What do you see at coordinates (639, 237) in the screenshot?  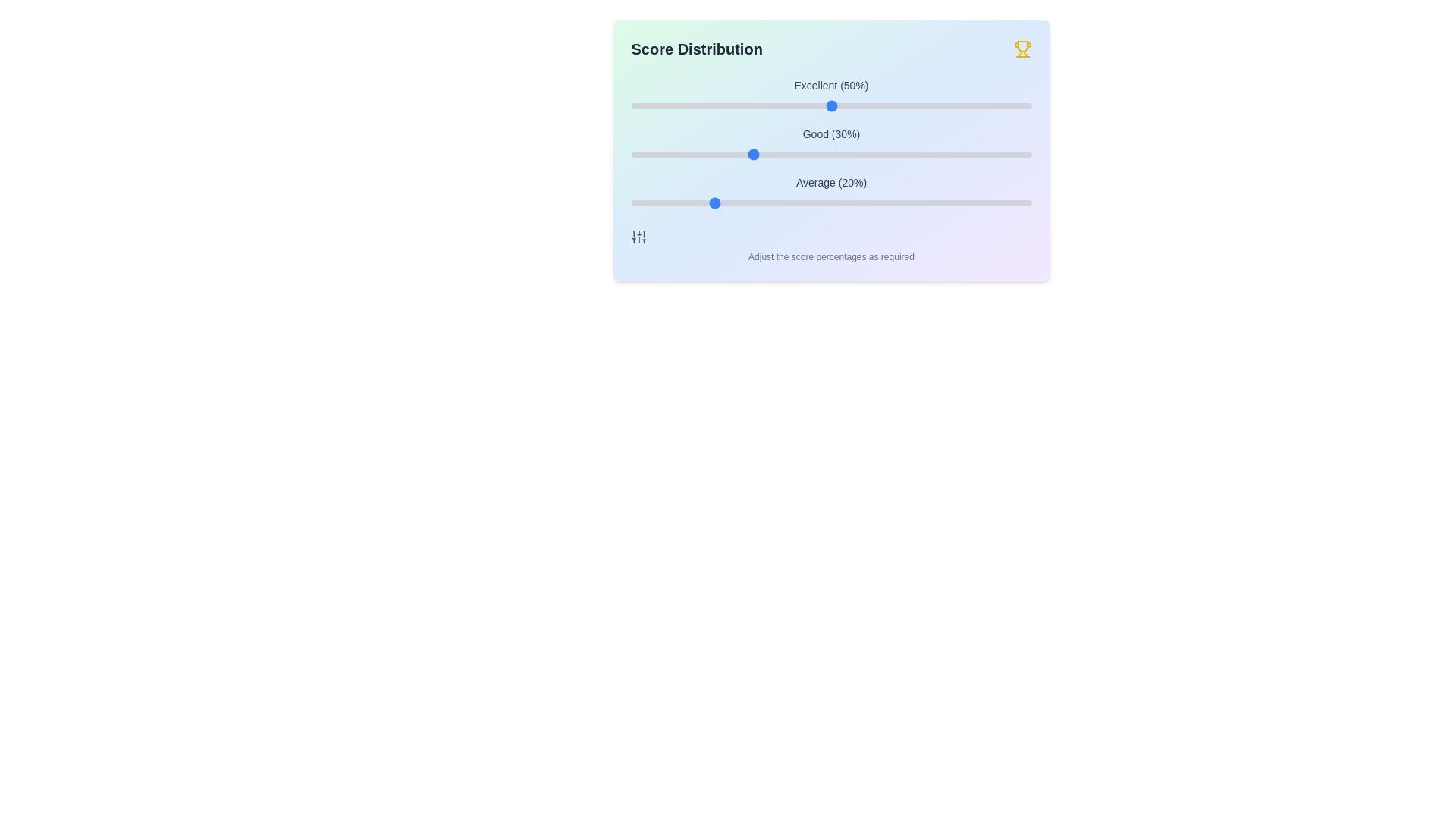 I see `the sliders icon located at the bottom-left of the Score Distribution component` at bounding box center [639, 237].